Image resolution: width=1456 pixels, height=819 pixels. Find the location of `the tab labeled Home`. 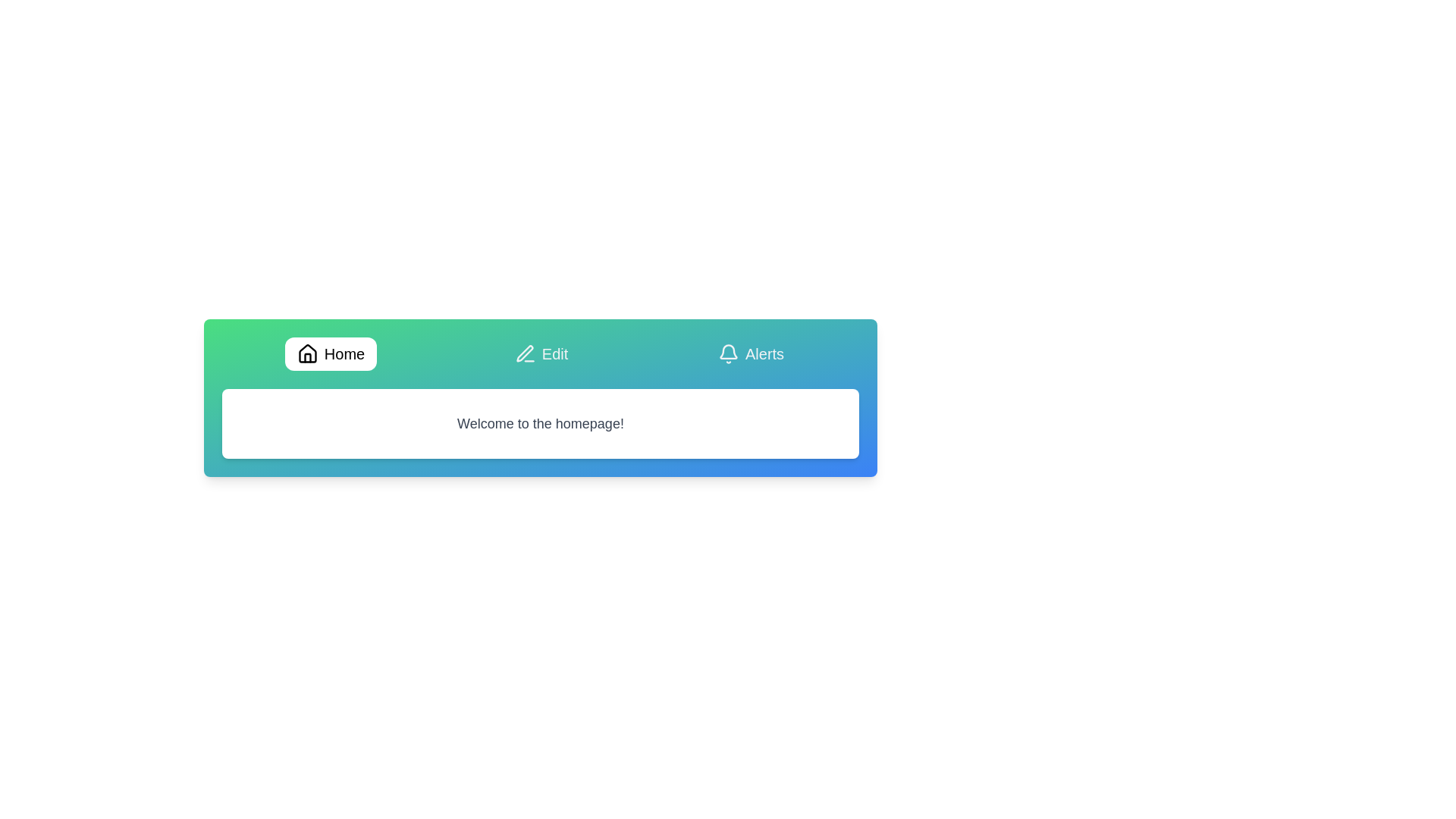

the tab labeled Home is located at coordinates (330, 353).